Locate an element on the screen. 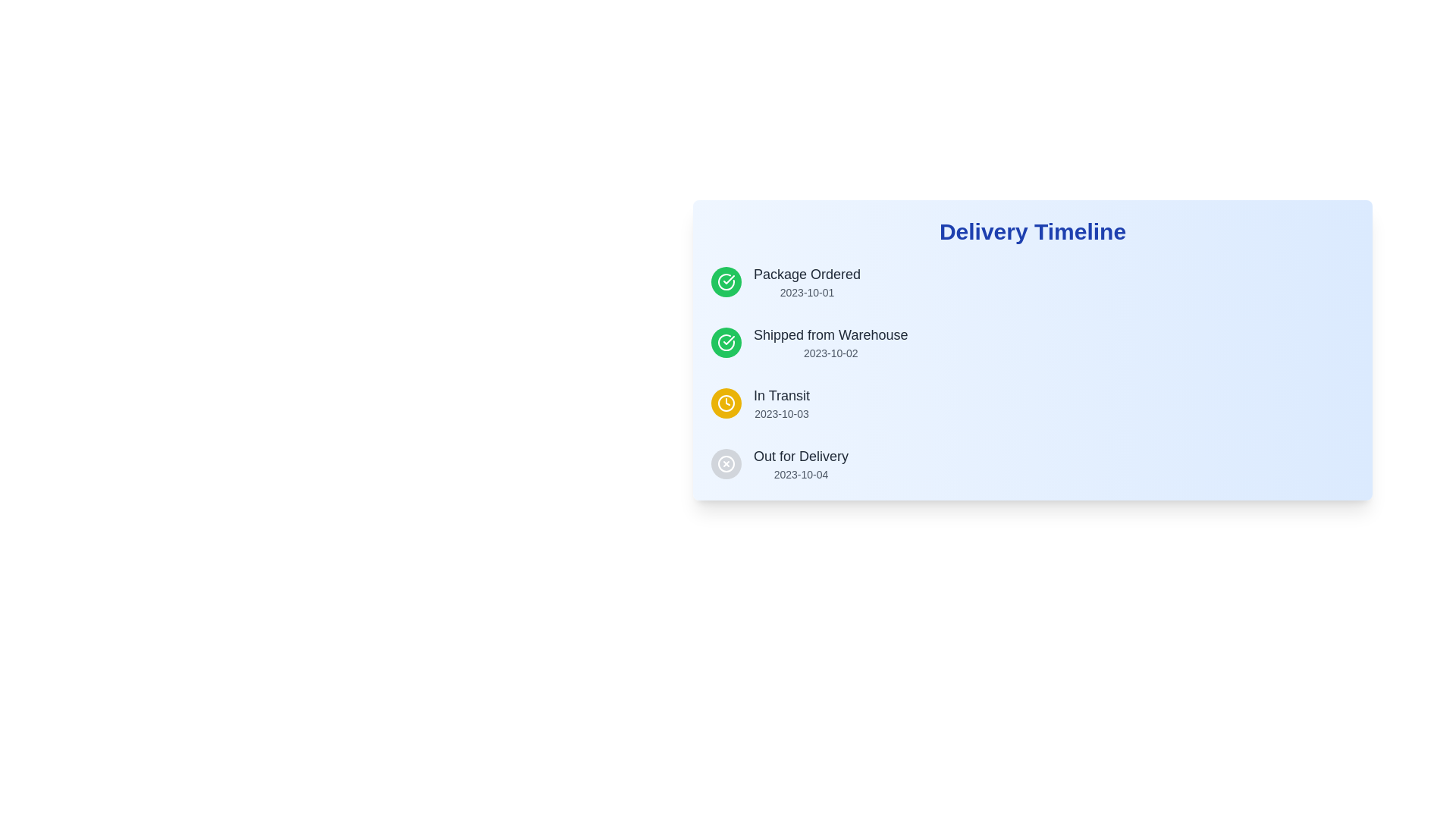 The image size is (1456, 819). the circular green icon with a checkmark that represents 'Package Ordered' in the delivery timeline is located at coordinates (726, 281).